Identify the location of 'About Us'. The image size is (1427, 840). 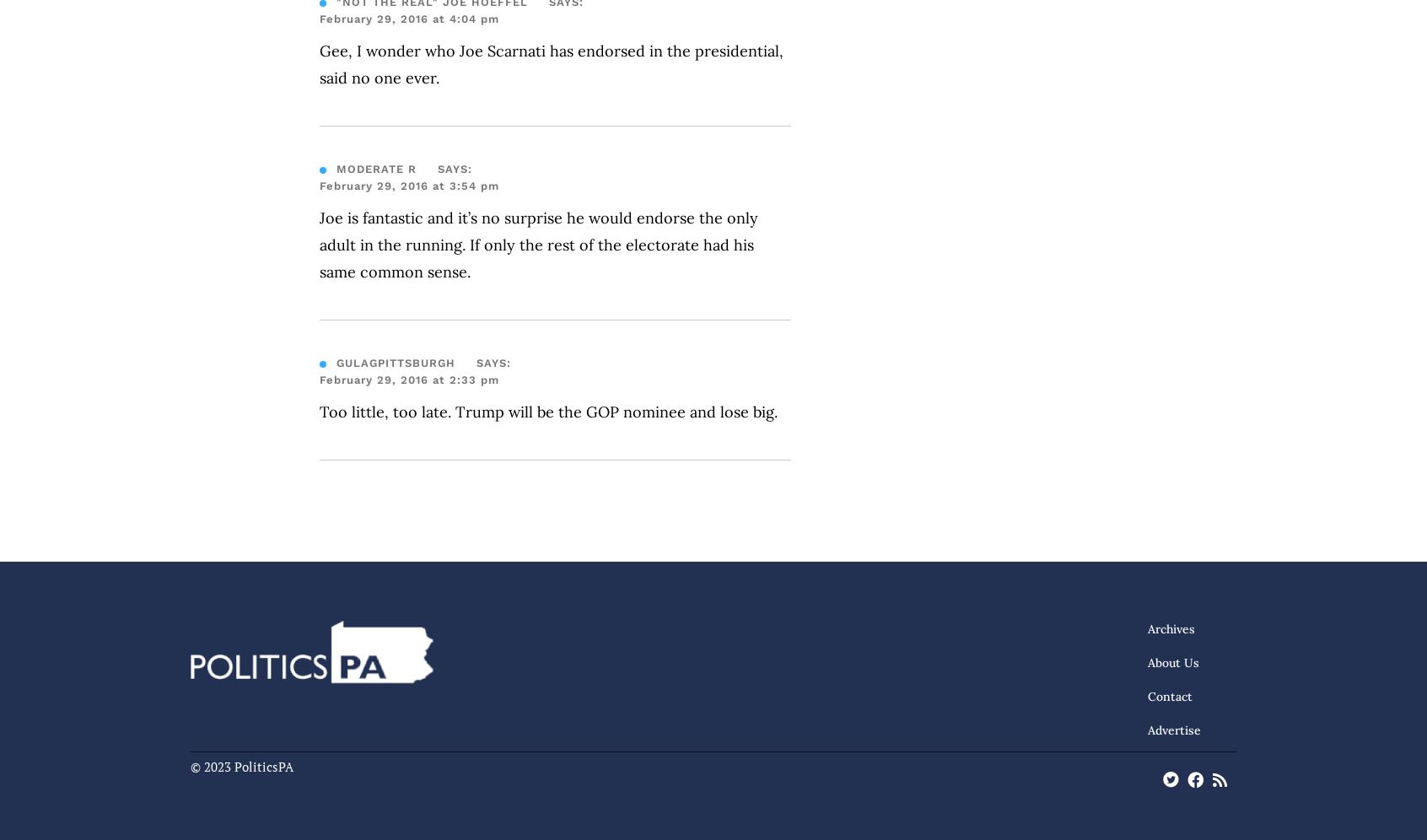
(1147, 663).